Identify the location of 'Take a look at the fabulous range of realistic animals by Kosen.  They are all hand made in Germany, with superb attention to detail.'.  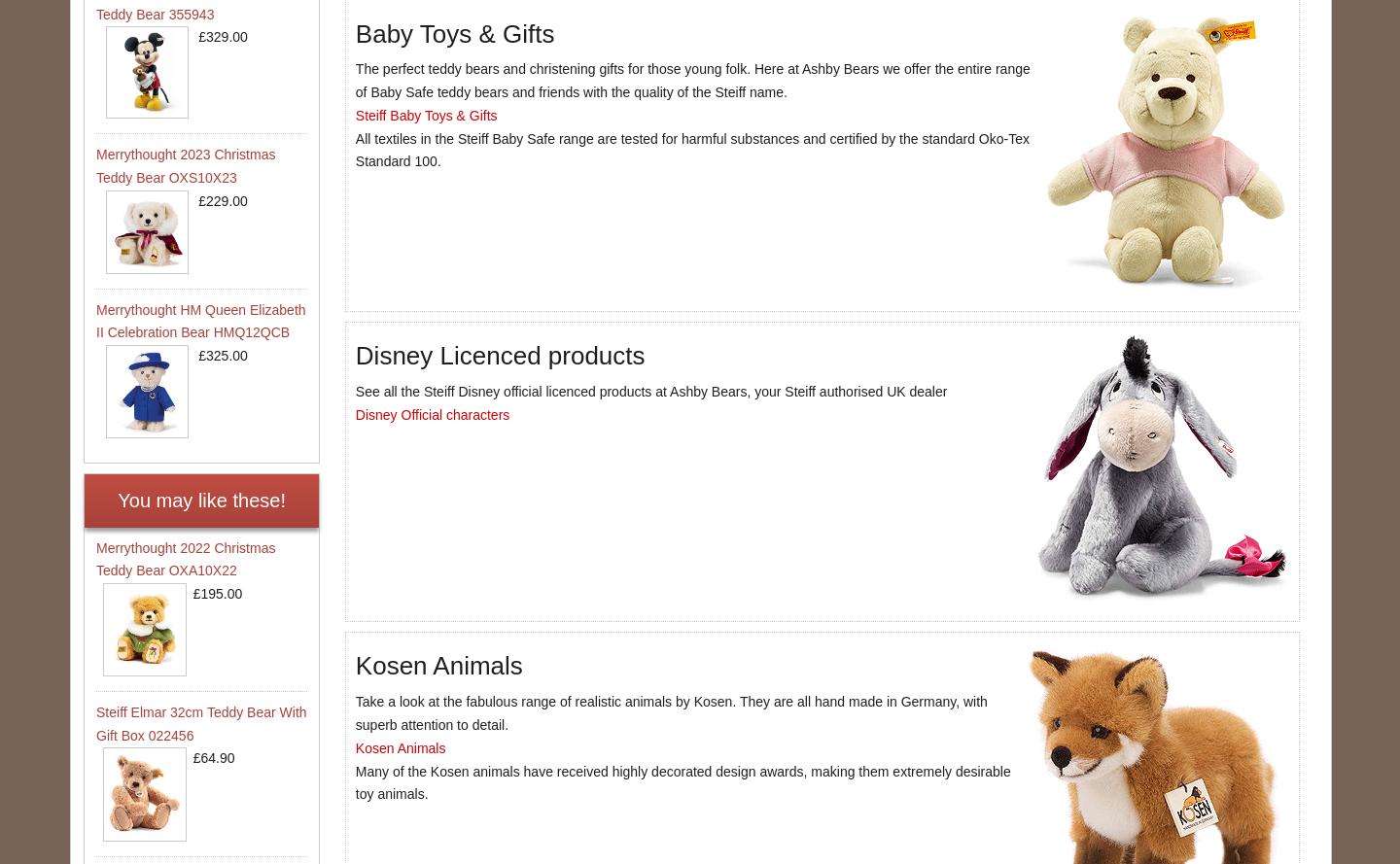
(671, 711).